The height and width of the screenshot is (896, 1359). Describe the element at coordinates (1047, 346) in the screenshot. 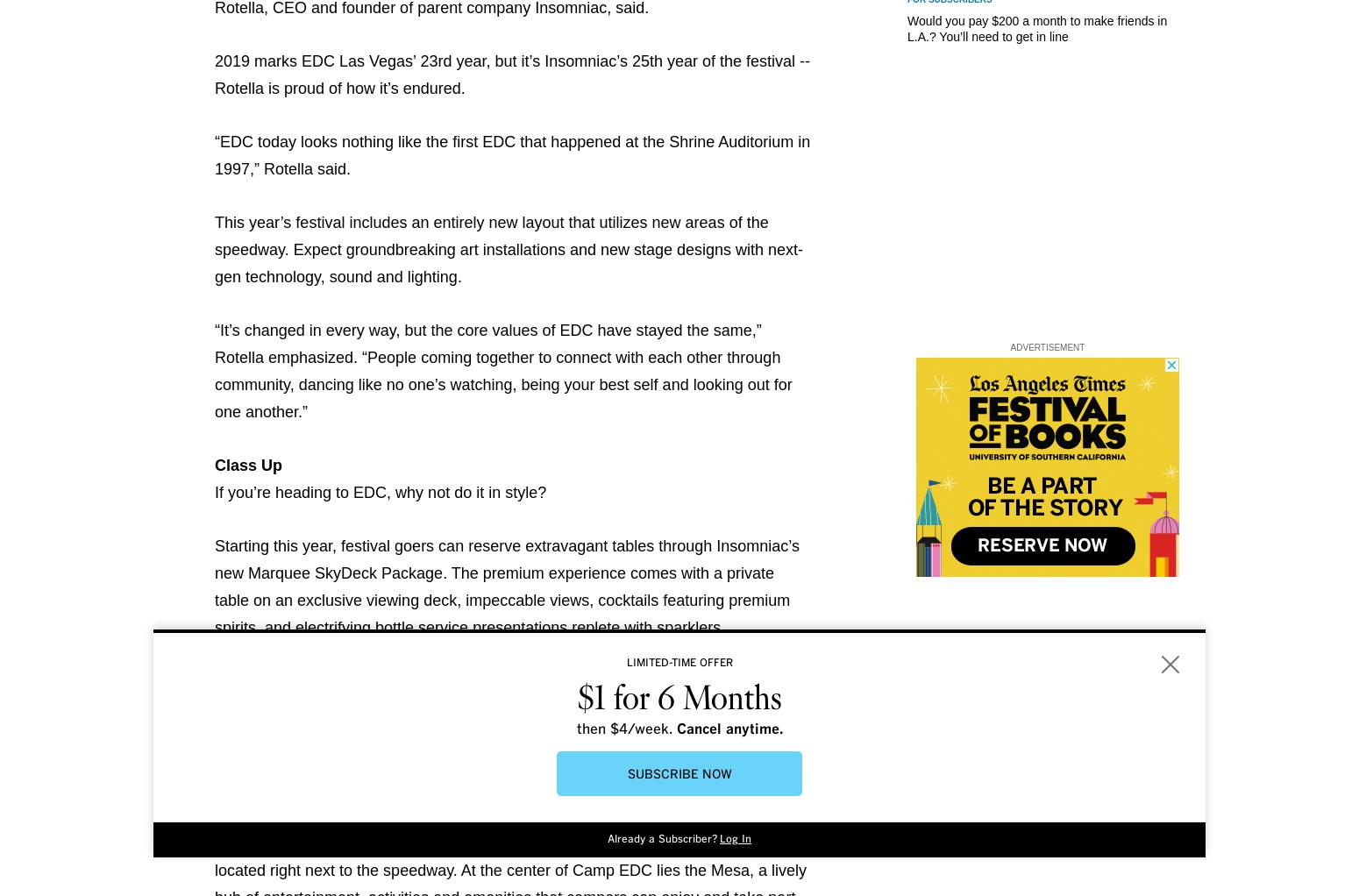

I see `'Advertisement'` at that location.